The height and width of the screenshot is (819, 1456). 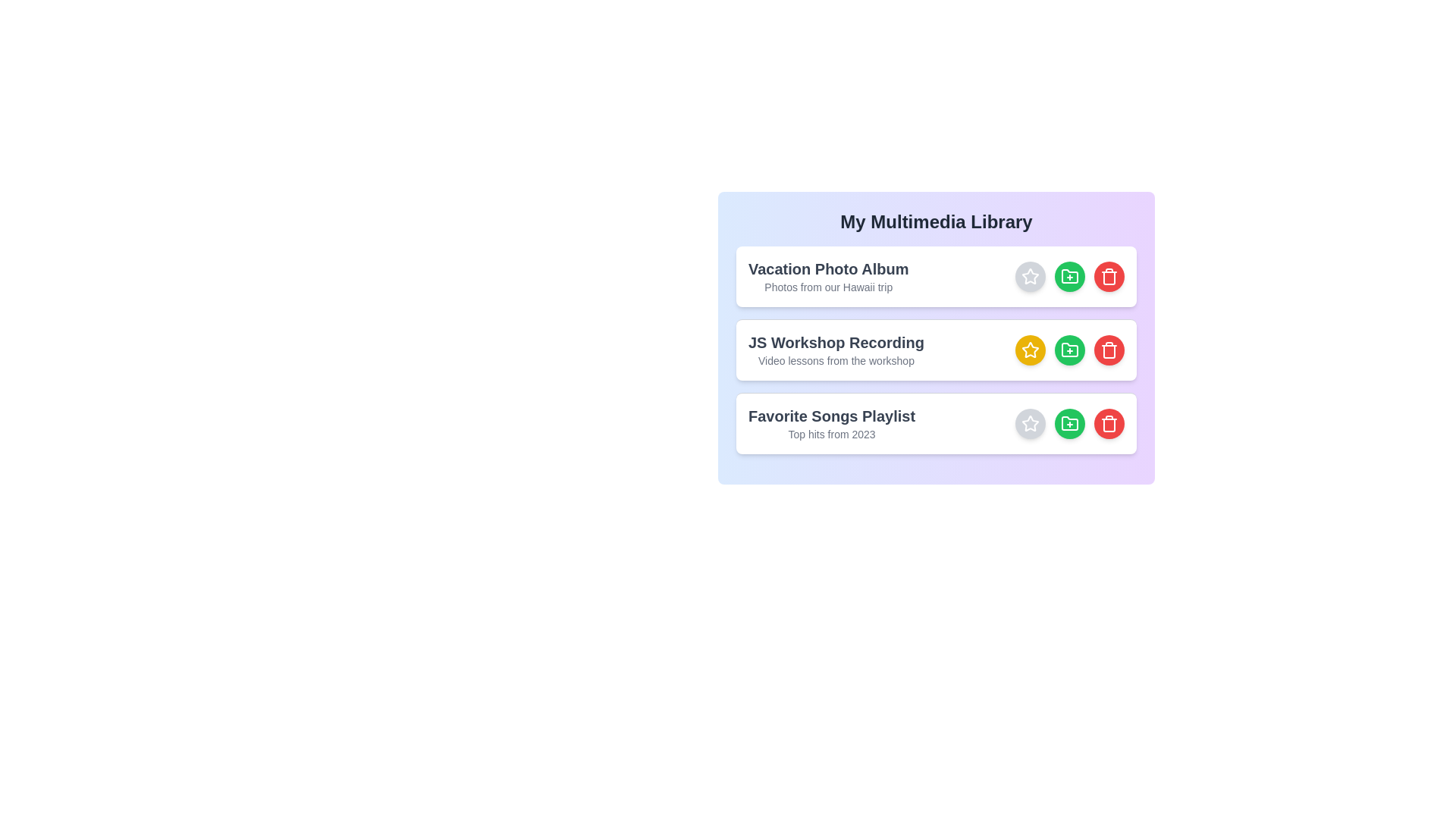 What do you see at coordinates (1030, 350) in the screenshot?
I see `the star icon representing the favorite feature for accessibility interactions` at bounding box center [1030, 350].